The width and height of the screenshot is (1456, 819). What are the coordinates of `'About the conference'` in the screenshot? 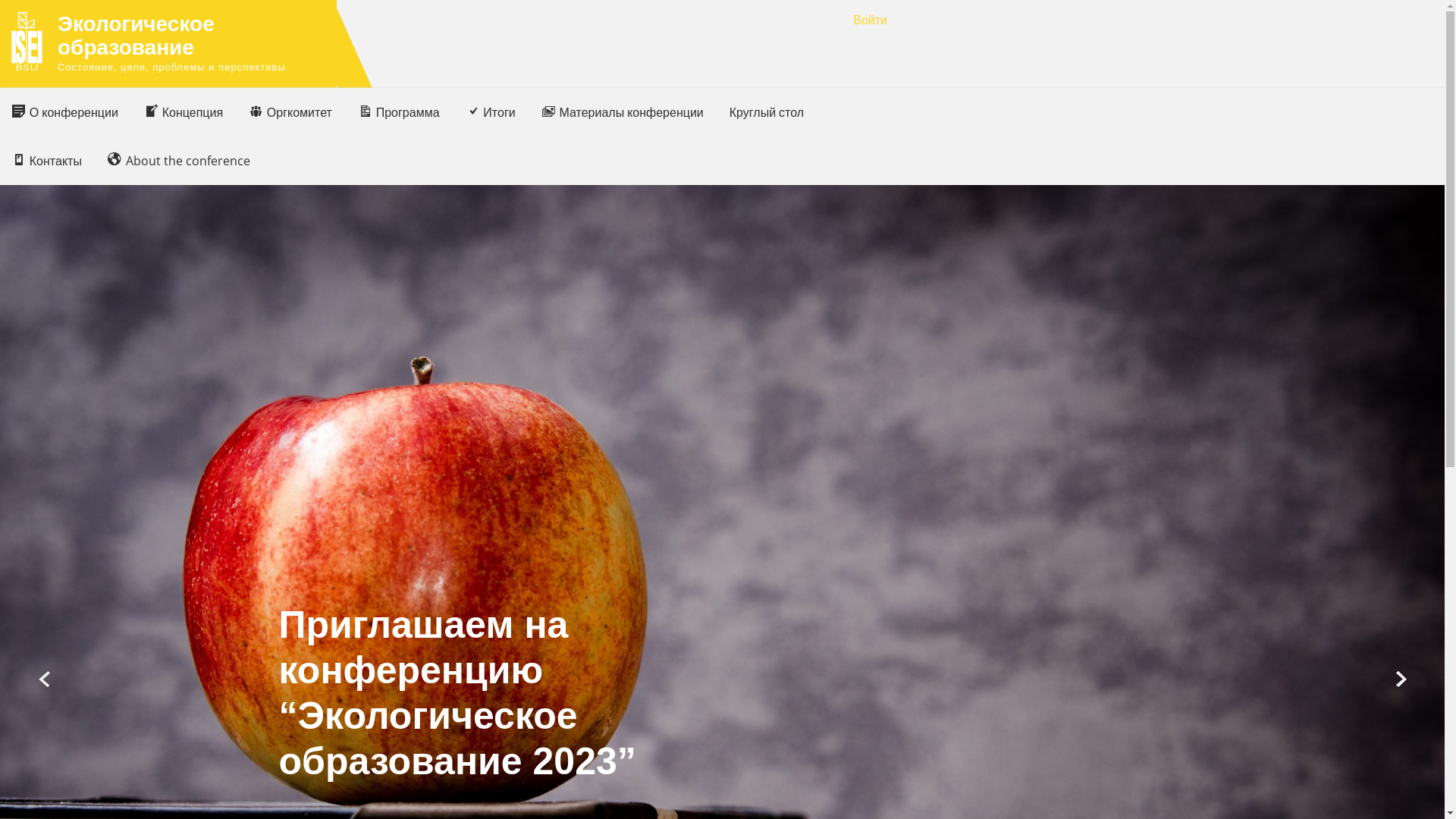 It's located at (178, 161).